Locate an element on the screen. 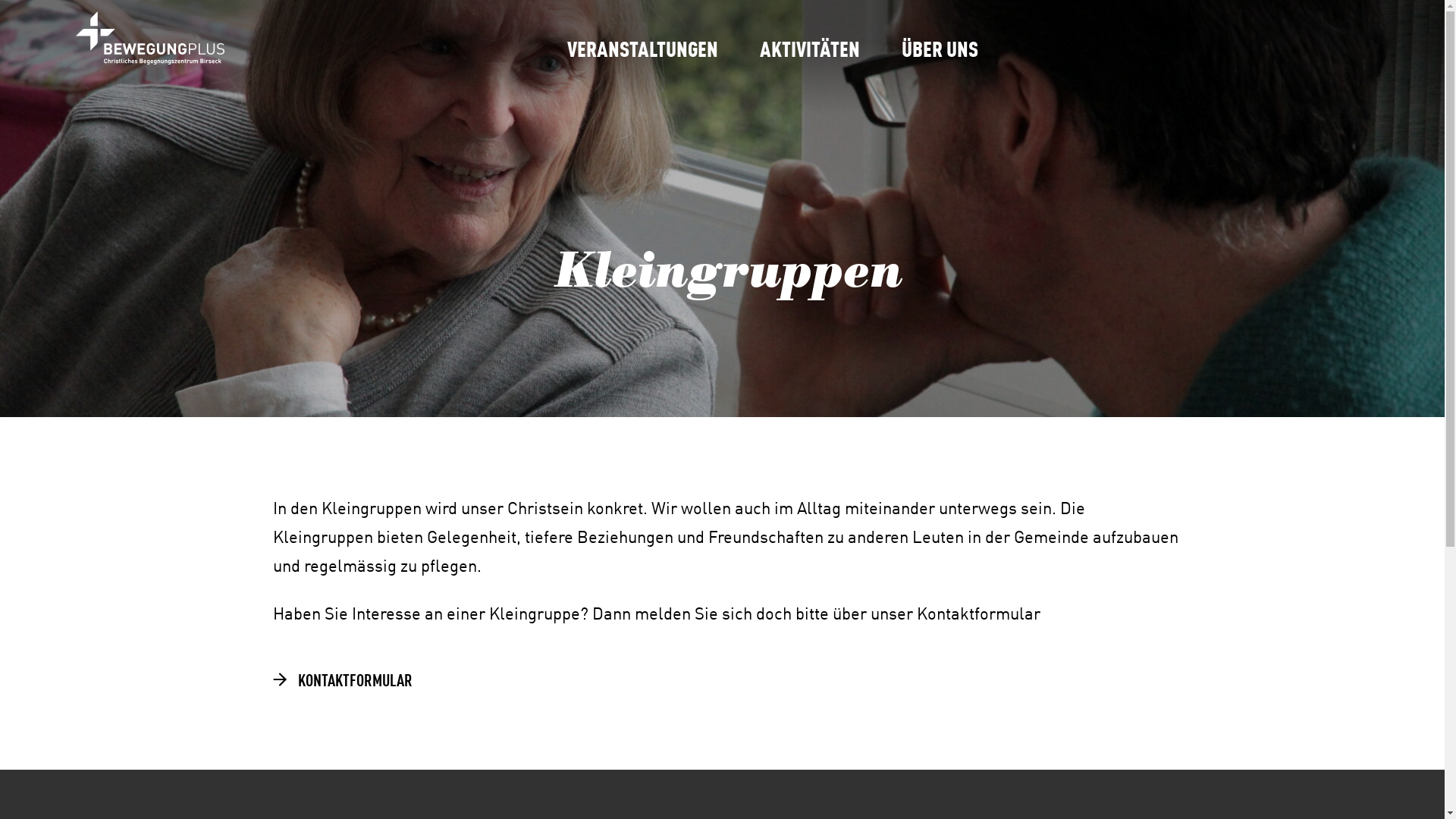 This screenshot has height=819, width=1456. 'KONTAKTFORMULAR' is located at coordinates (271, 678).